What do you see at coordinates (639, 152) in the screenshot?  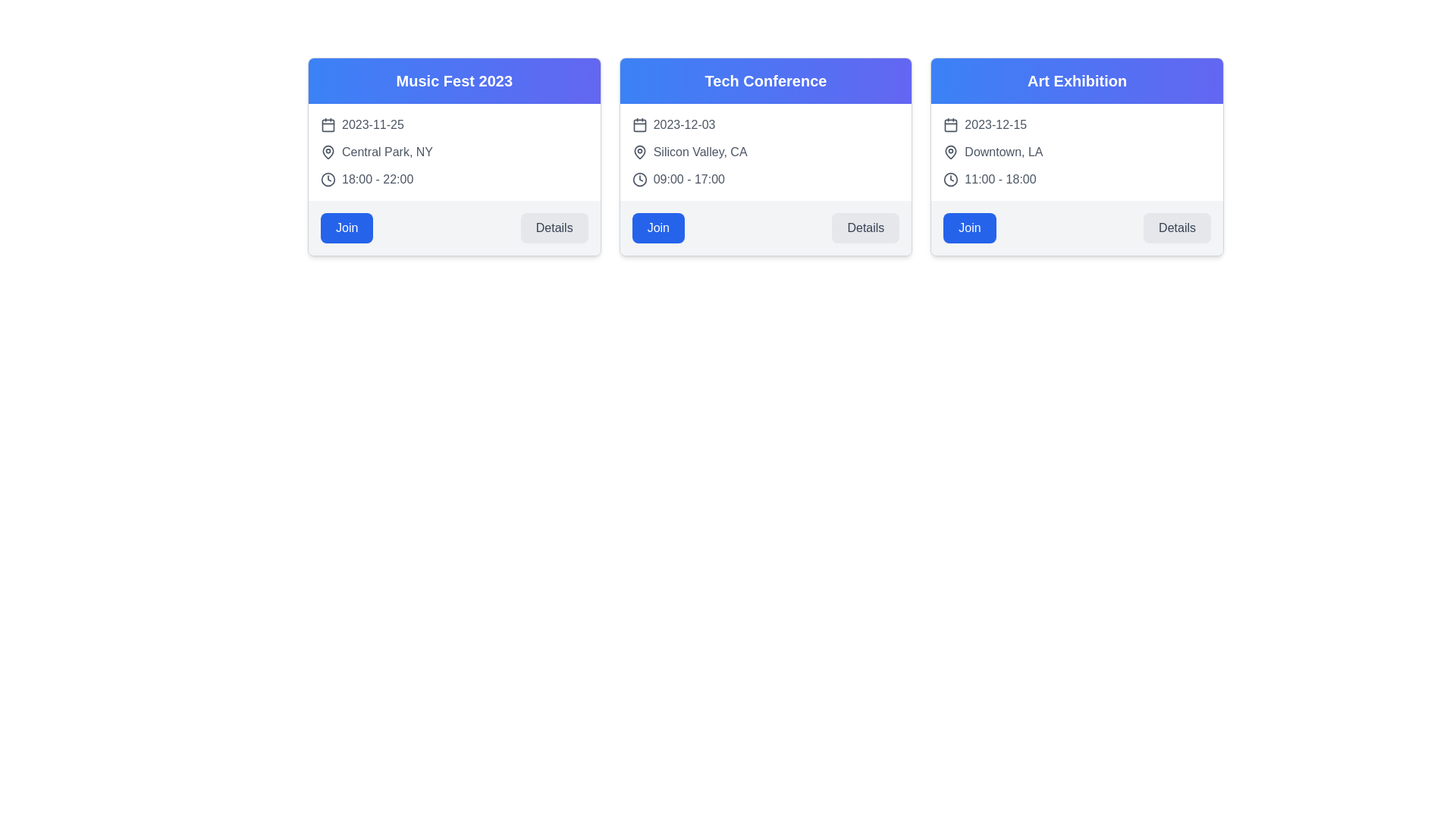 I see `the pin icon representing a location marker in the 'Tech Conference' card, located to the left of 'Silicon Valley, CA' and below the date '2023-12-03'` at bounding box center [639, 152].